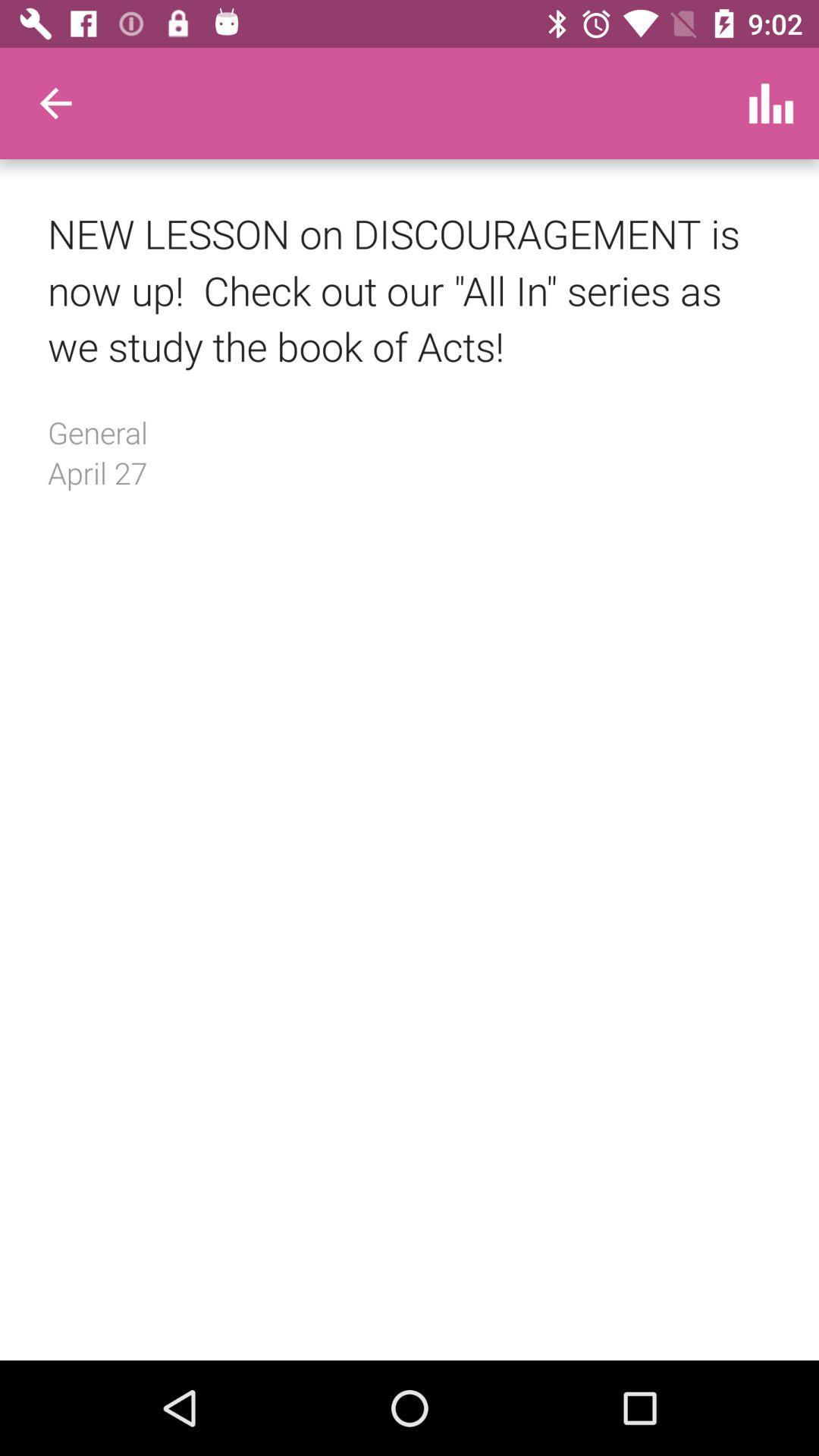  What do you see at coordinates (771, 102) in the screenshot?
I see `icon at the top right corner` at bounding box center [771, 102].